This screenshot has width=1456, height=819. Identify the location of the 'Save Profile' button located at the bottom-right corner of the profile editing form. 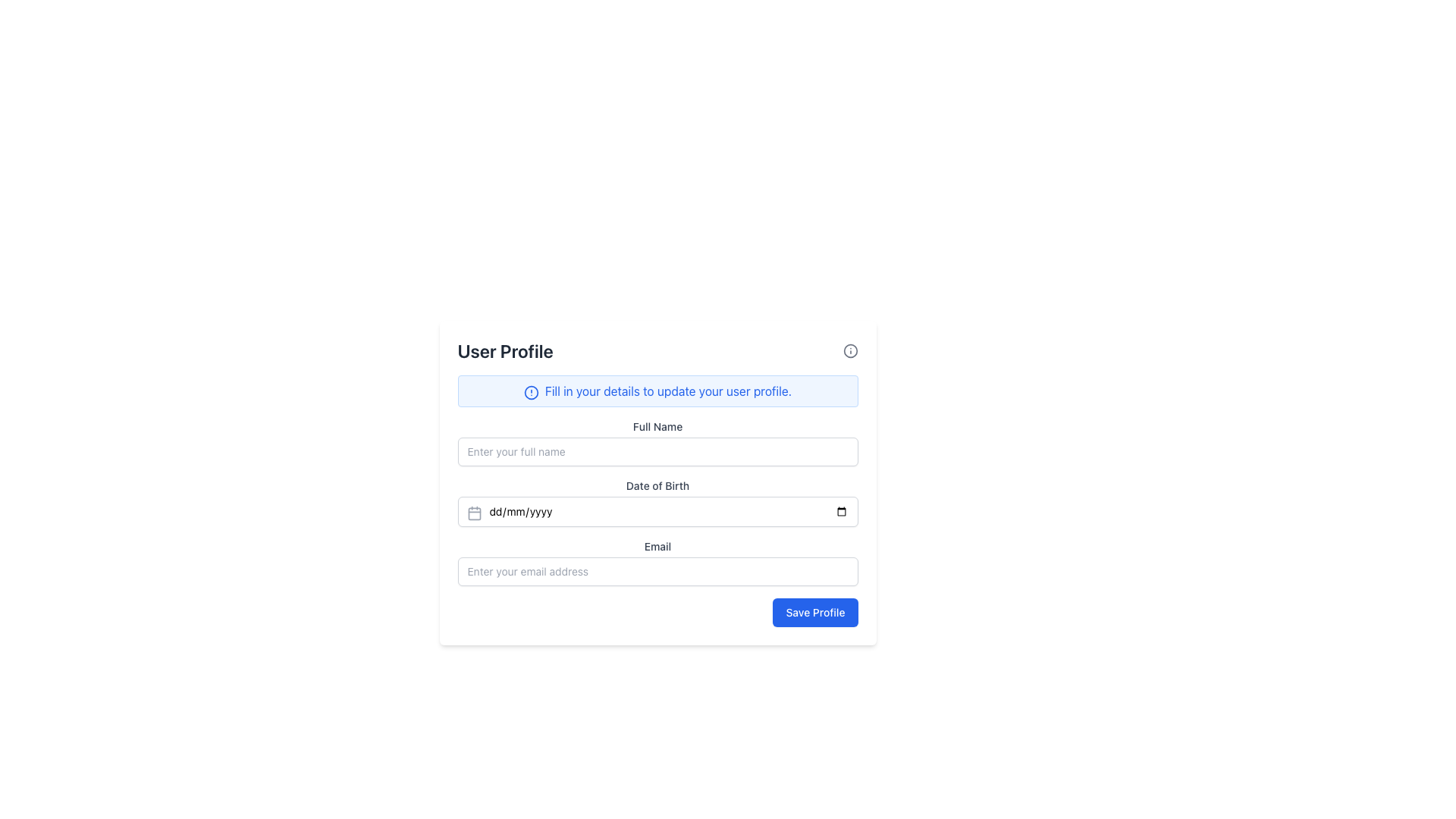
(814, 611).